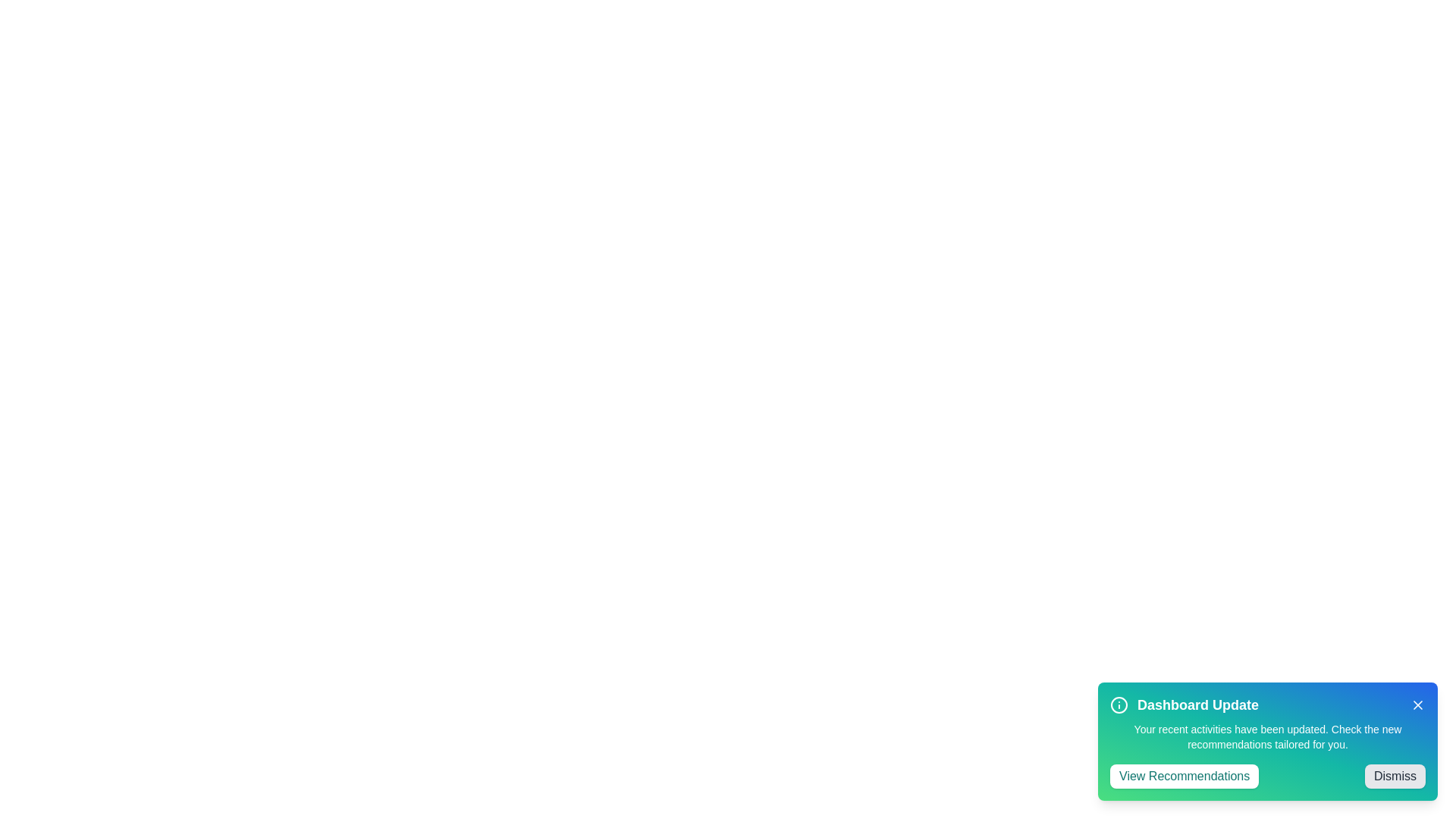  Describe the element at coordinates (1119, 704) in the screenshot. I see `the icon to interact with it` at that location.